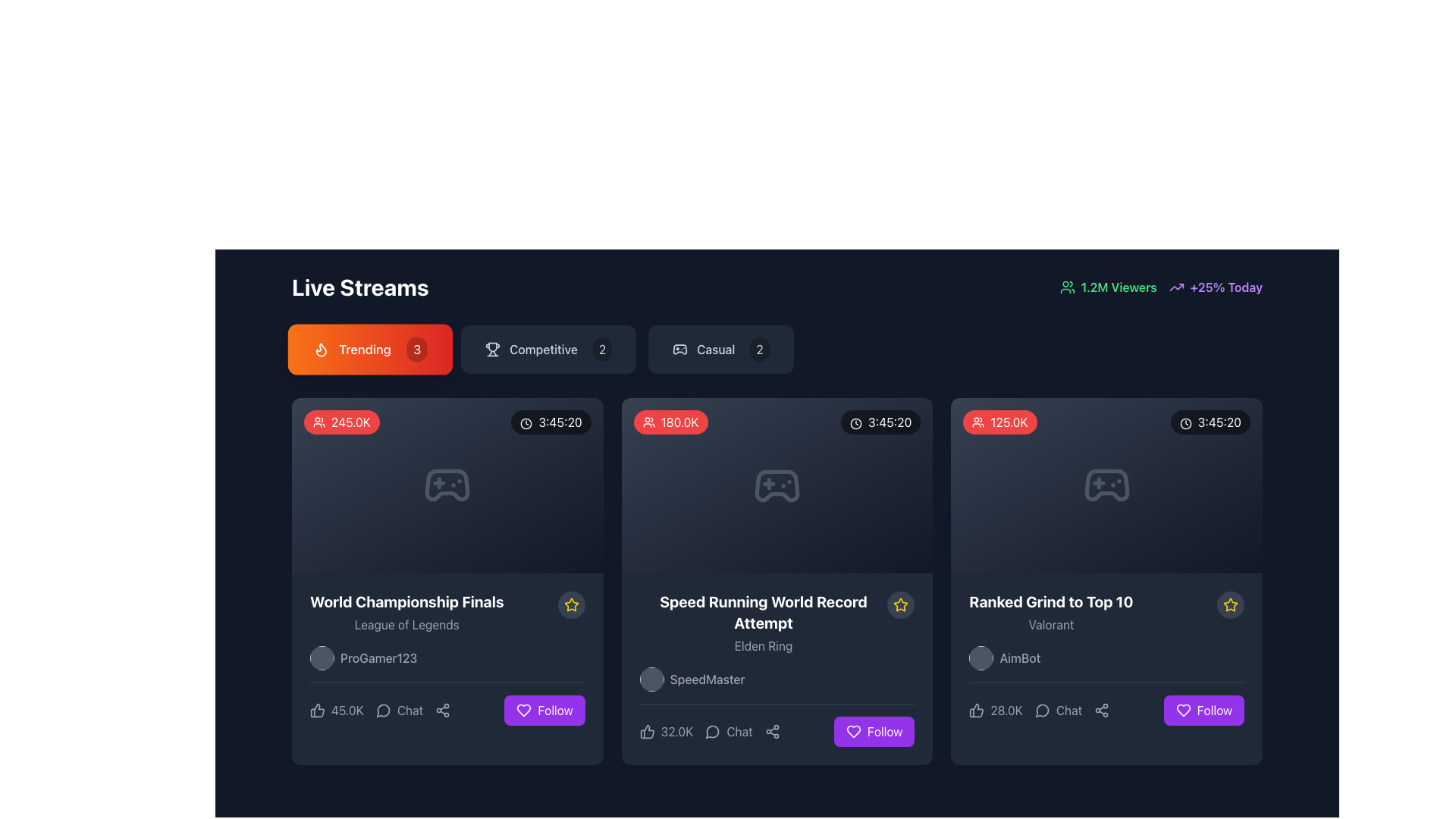 The image size is (1456, 819). I want to click on the chat icon located within the 'Chat' button below the 'Speed Running World Record Attempt' card, which is the second card in a row of three, so click(711, 731).